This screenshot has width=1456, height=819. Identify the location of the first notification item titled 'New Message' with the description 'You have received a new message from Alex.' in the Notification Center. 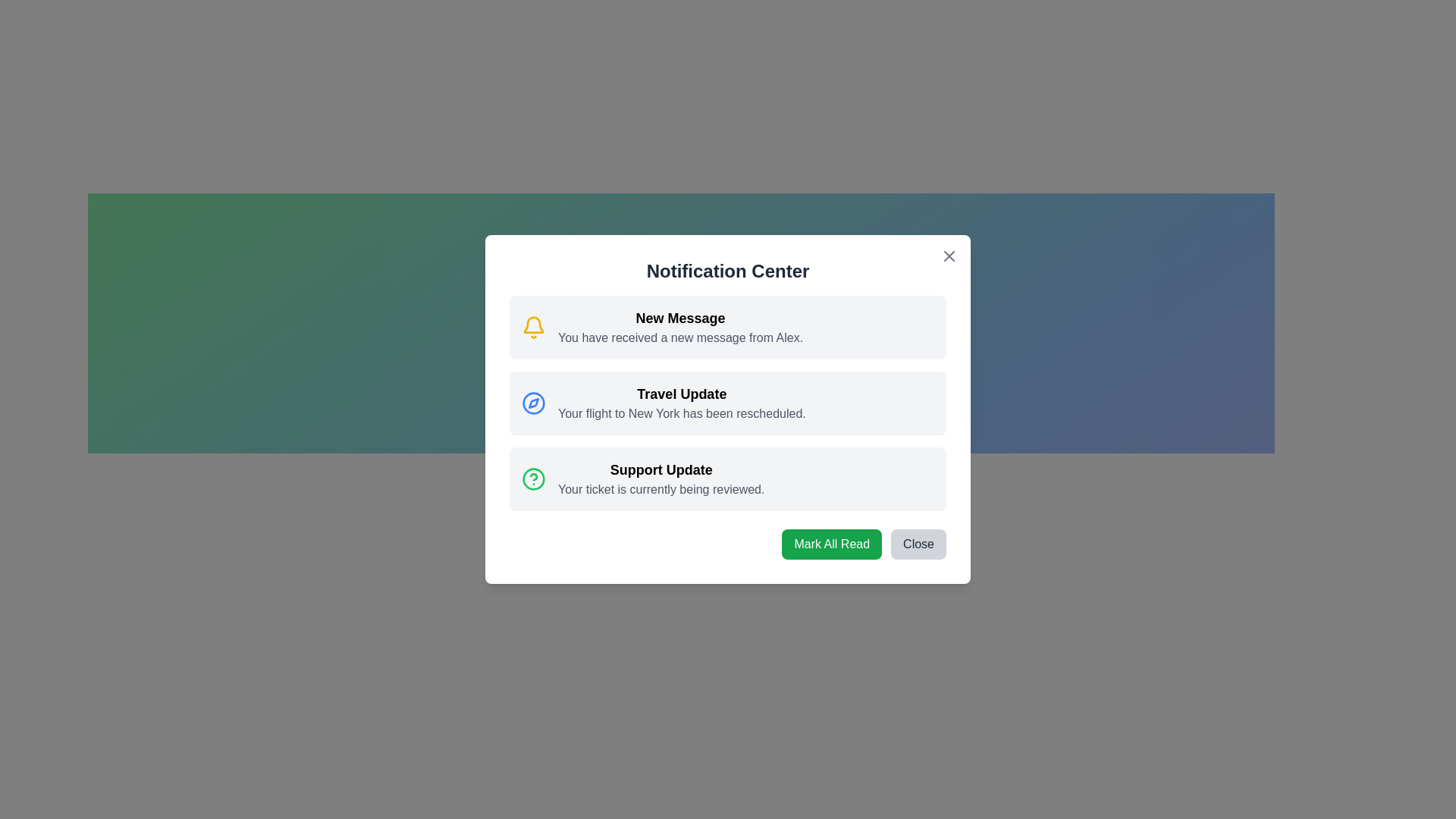
(679, 327).